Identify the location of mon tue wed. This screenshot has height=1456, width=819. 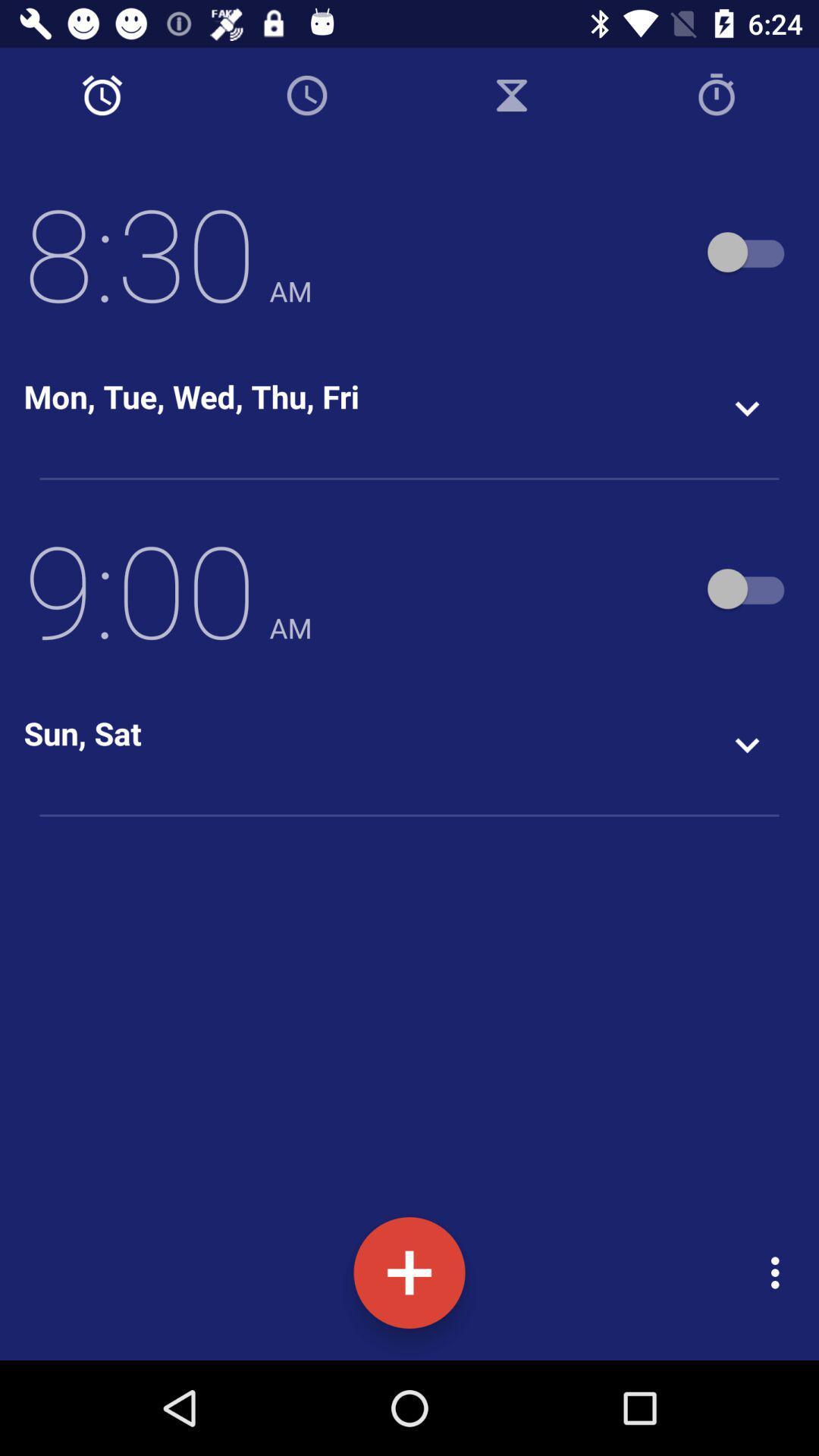
(190, 396).